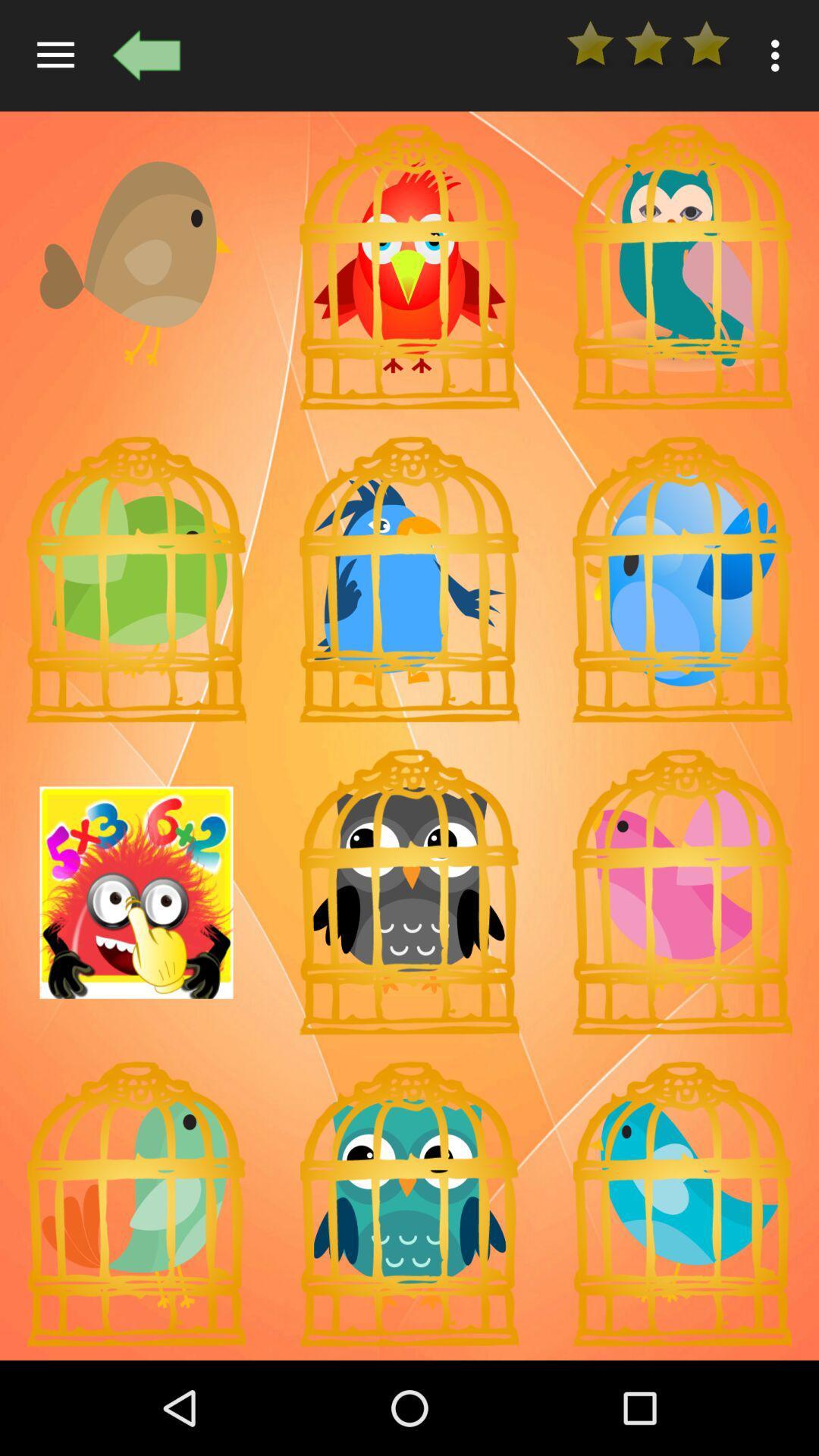 The height and width of the screenshot is (1456, 819). Describe the element at coordinates (136, 579) in the screenshot. I see `chooses this particular emoji` at that location.